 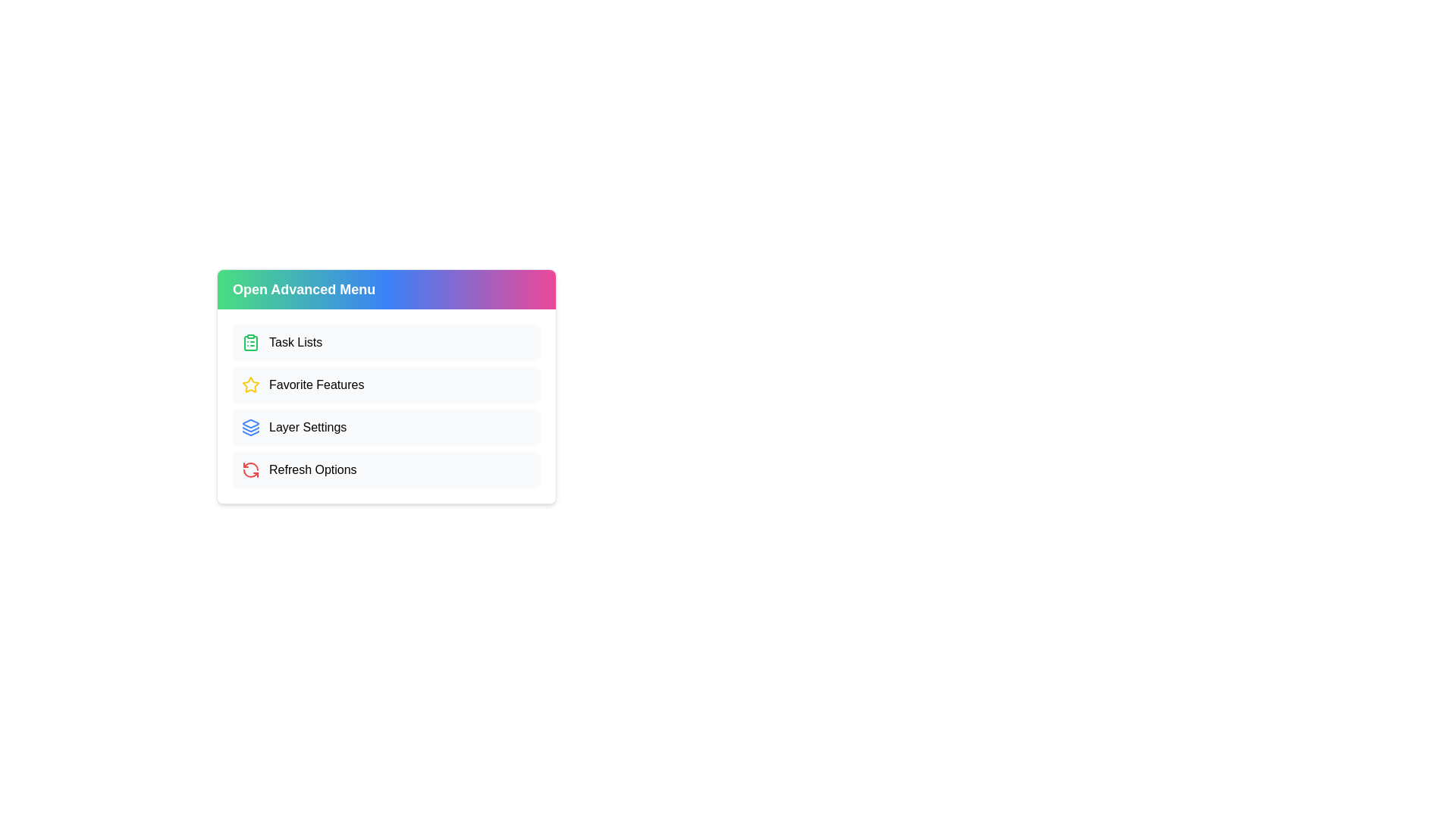 What do you see at coordinates (386, 384) in the screenshot?
I see `the 'Favorite Features' option in the menu` at bounding box center [386, 384].